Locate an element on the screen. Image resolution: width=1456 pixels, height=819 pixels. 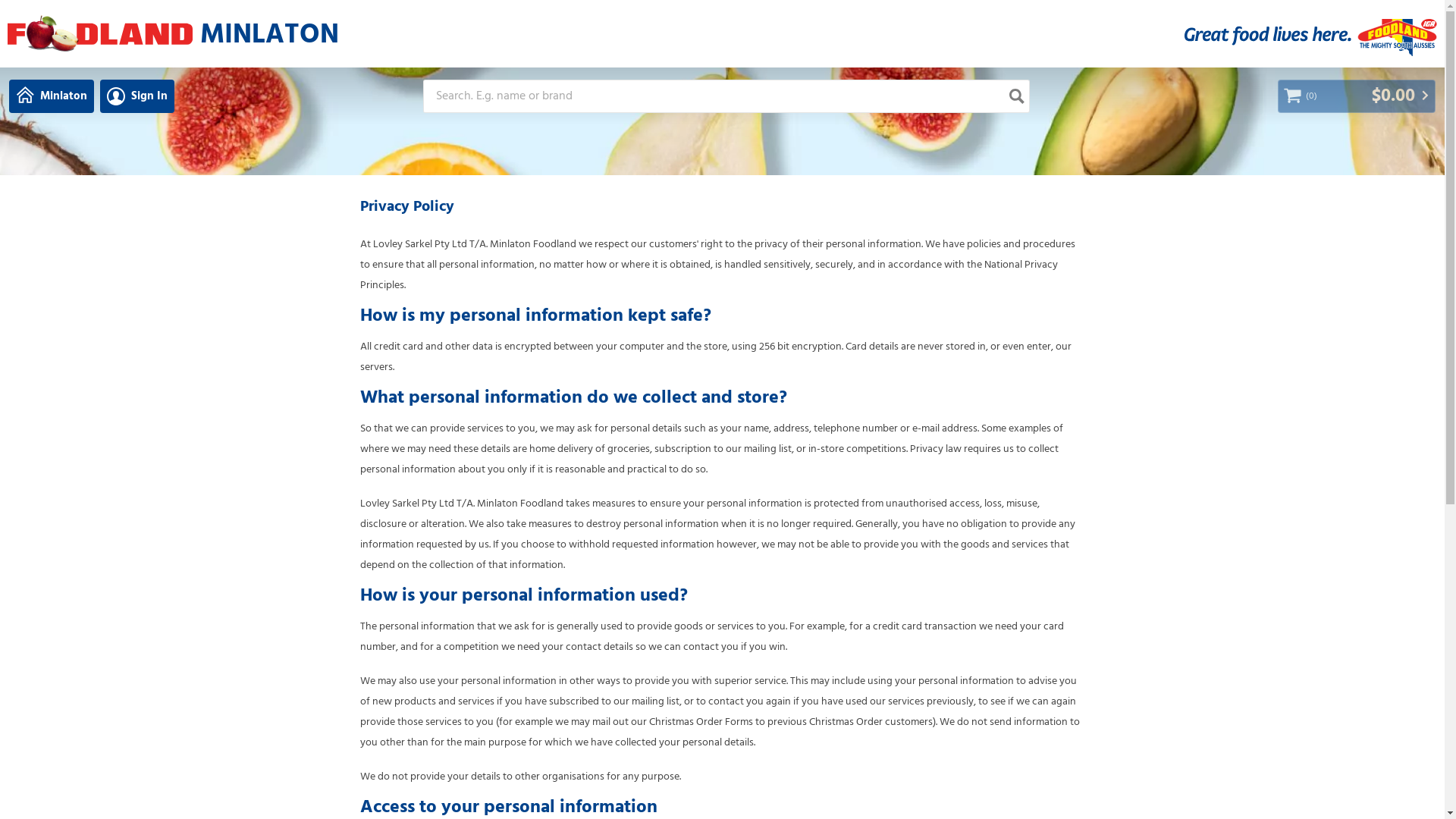
'Minlaton' is located at coordinates (51, 96).